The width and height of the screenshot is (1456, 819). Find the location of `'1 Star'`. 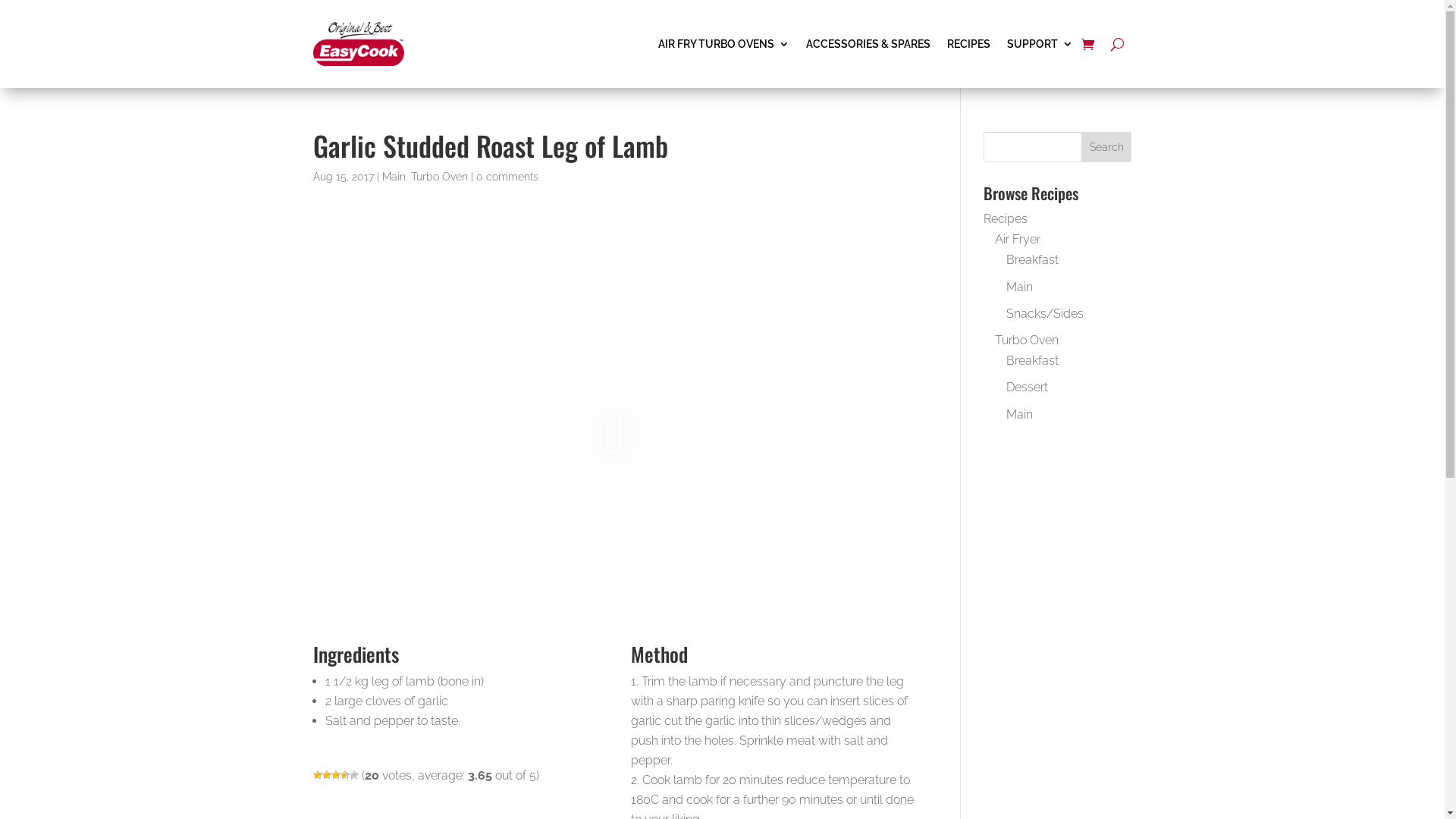

'1 Star' is located at coordinates (315, 775).